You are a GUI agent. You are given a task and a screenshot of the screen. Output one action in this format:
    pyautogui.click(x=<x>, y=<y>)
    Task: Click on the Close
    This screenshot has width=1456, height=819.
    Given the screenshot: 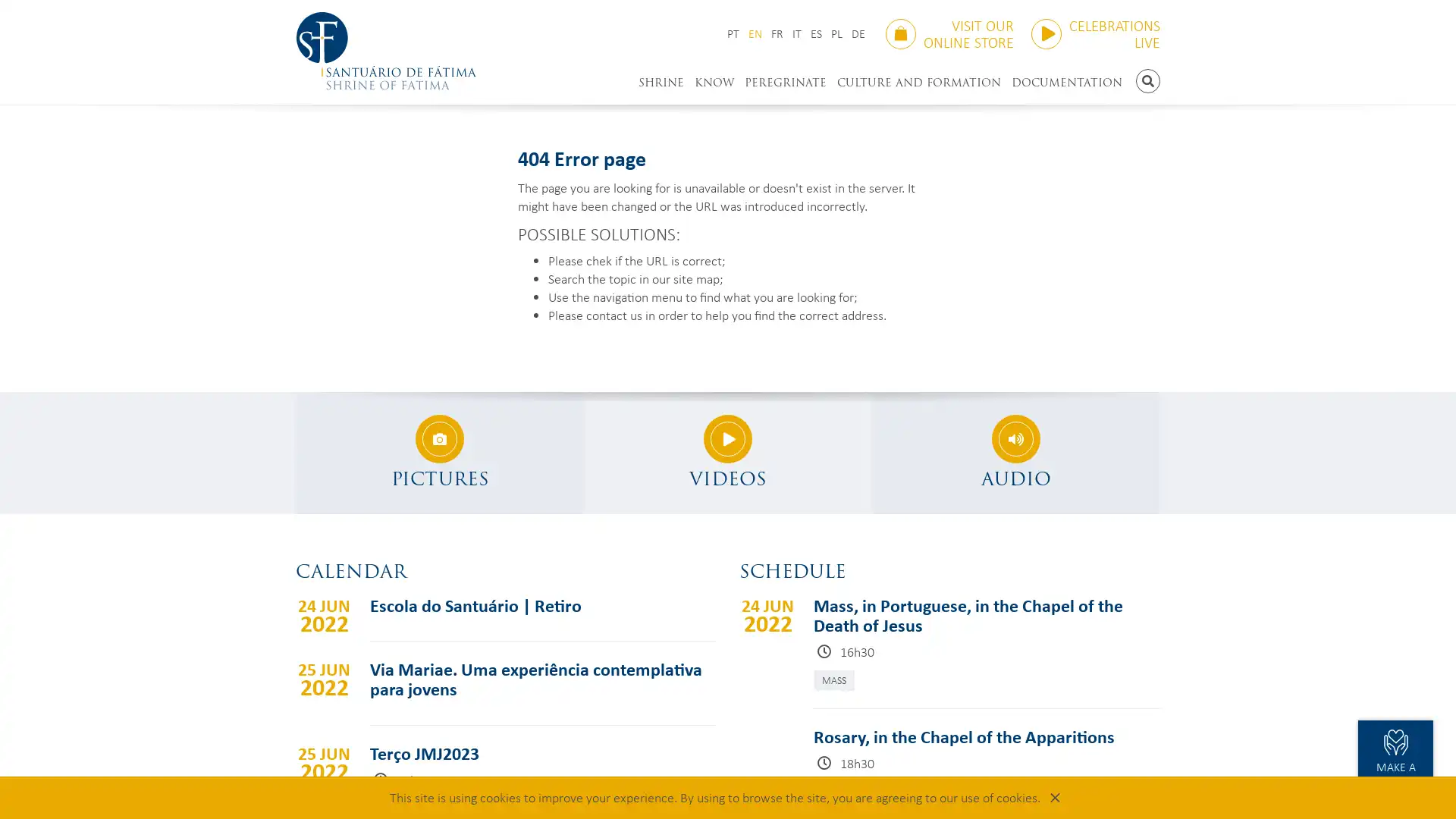 What is the action you would take?
    pyautogui.click(x=1054, y=798)
    